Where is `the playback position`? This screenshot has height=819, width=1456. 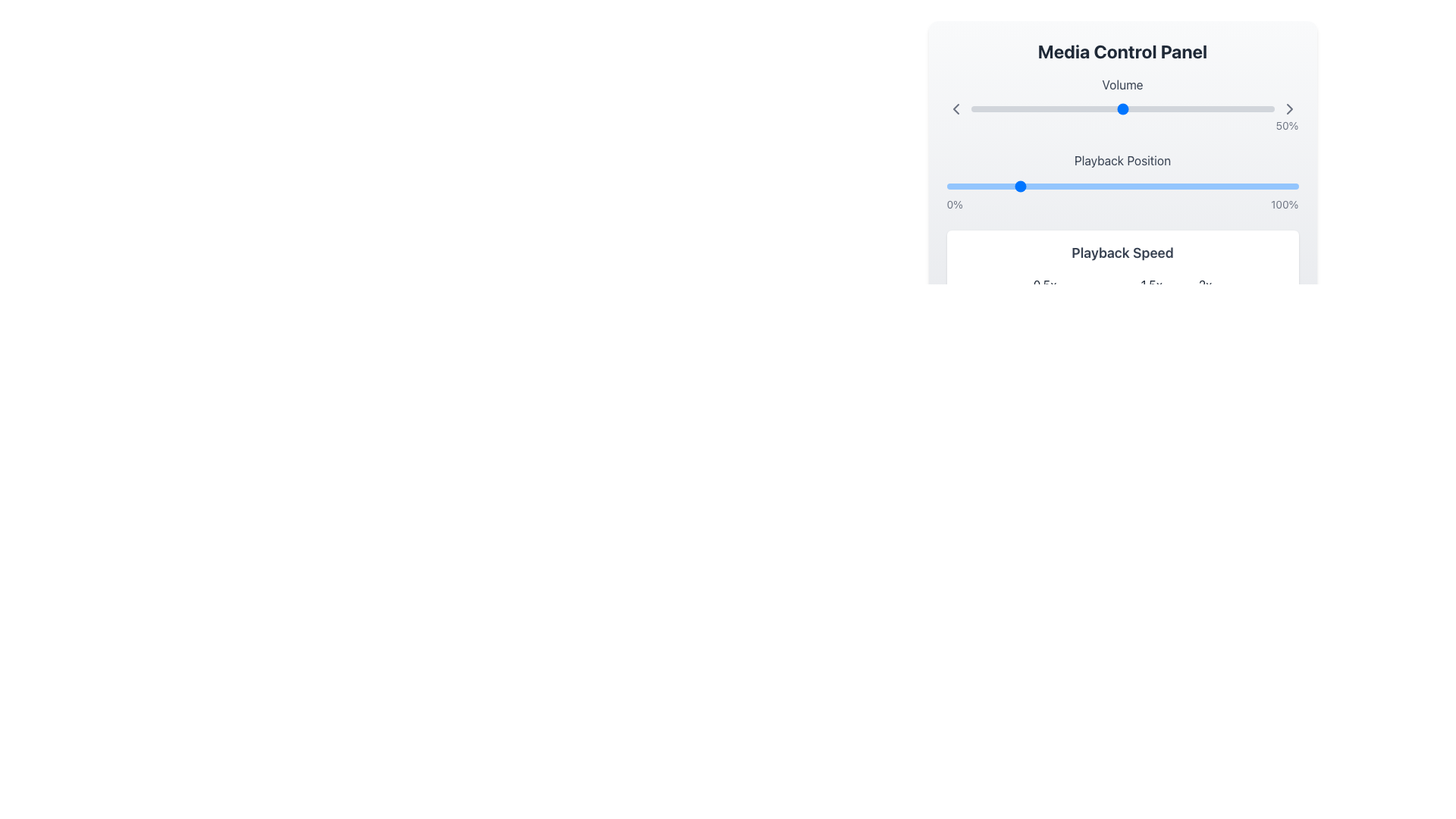 the playback position is located at coordinates (1024, 186).